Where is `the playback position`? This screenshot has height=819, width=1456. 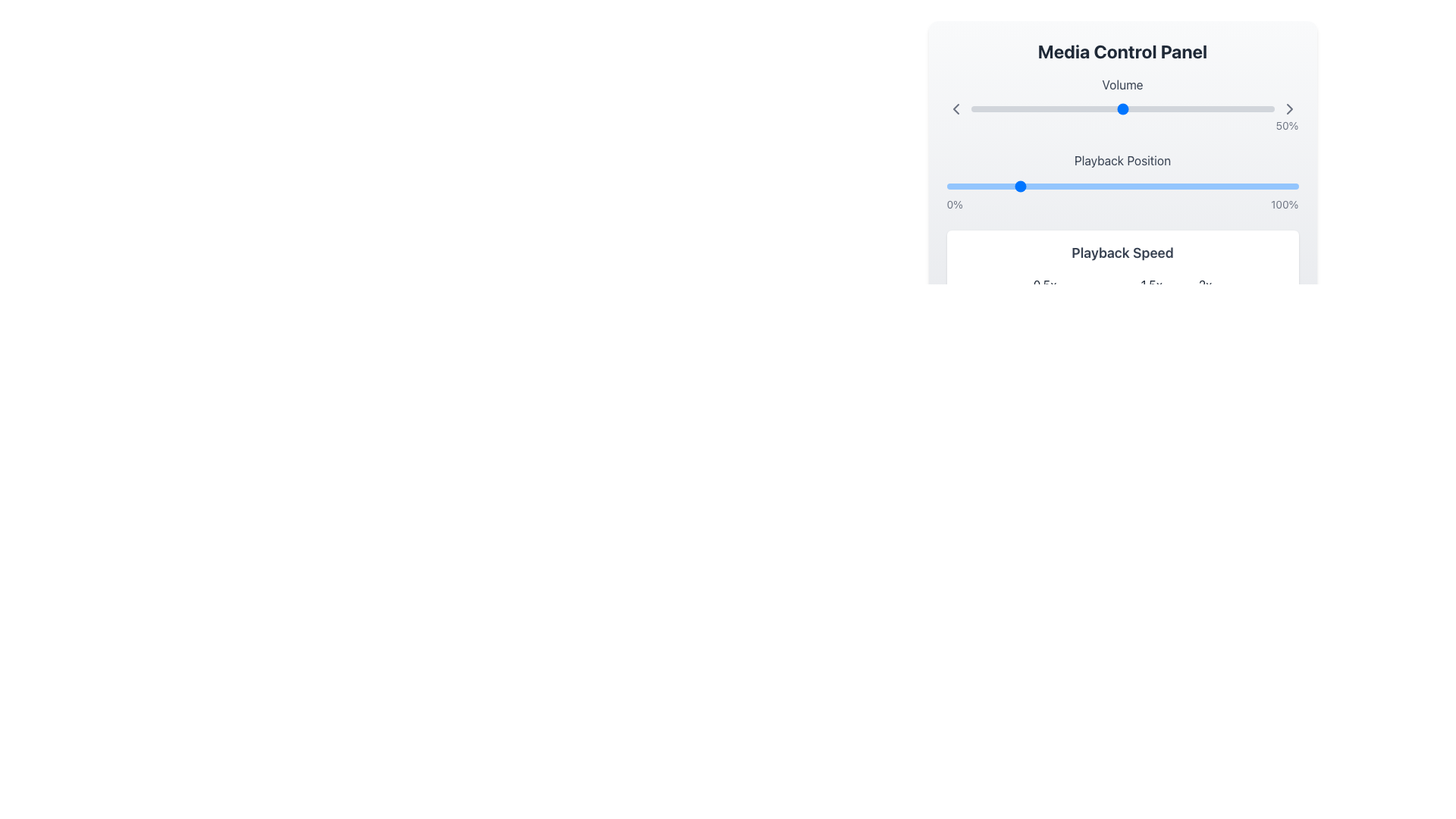 the playback position is located at coordinates (1024, 186).